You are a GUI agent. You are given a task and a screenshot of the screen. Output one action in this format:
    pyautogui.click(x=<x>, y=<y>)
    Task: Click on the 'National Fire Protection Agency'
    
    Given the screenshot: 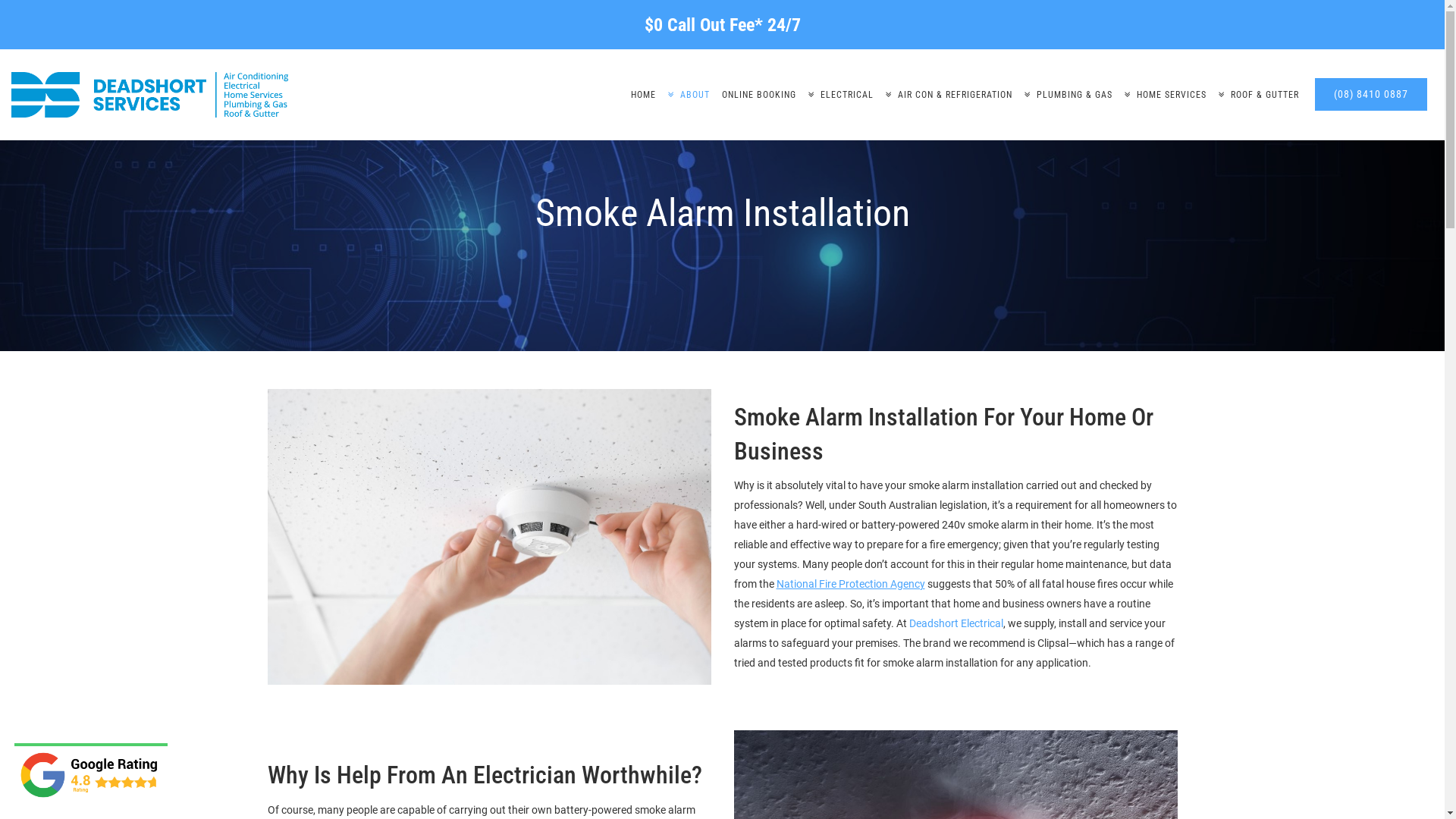 What is the action you would take?
    pyautogui.click(x=851, y=583)
    